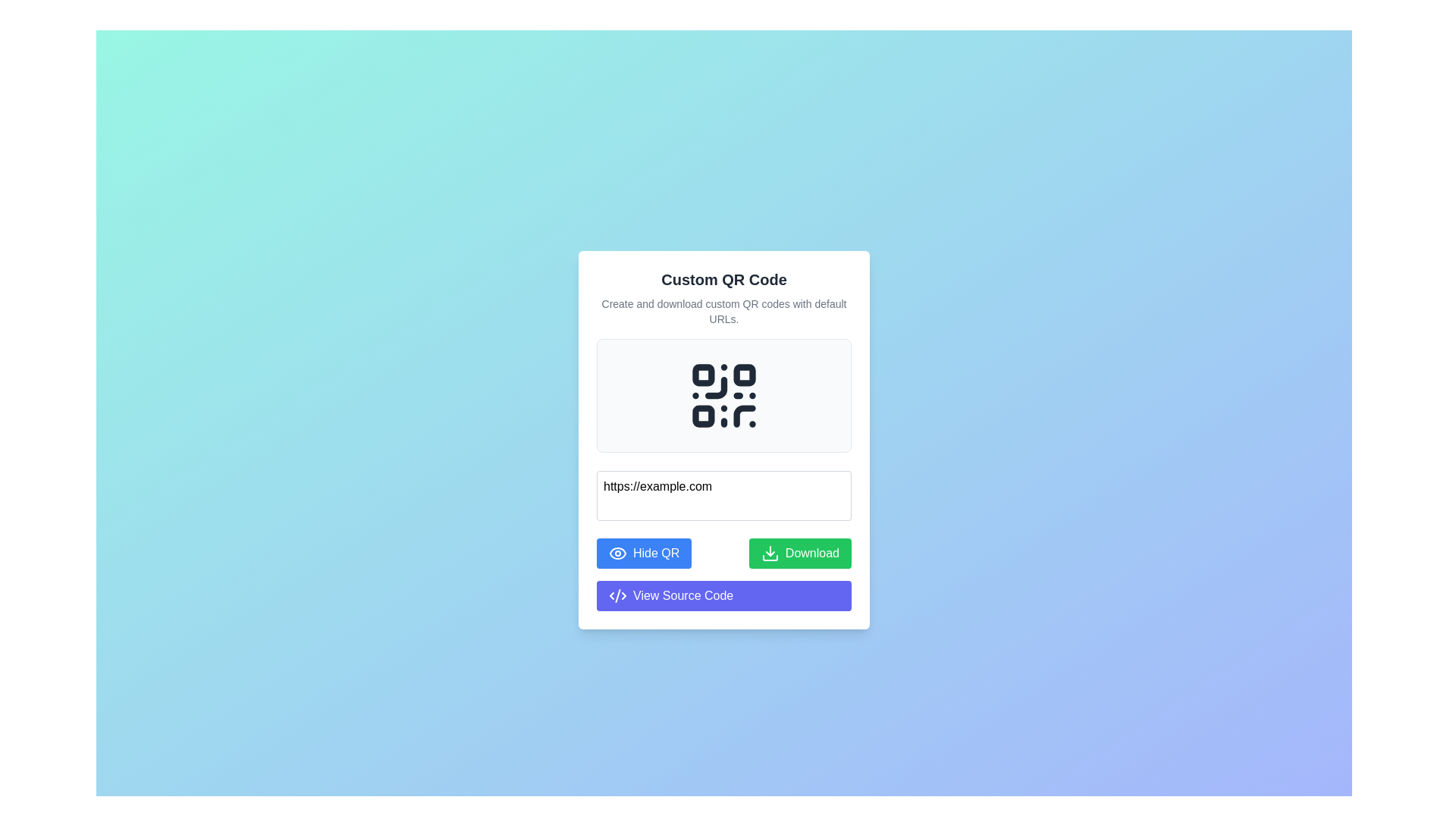 This screenshot has width=1456, height=819. What do you see at coordinates (745, 375) in the screenshot?
I see `the second square from the left in the top row of the QR code graphic, which is part of the QR code representation` at bounding box center [745, 375].